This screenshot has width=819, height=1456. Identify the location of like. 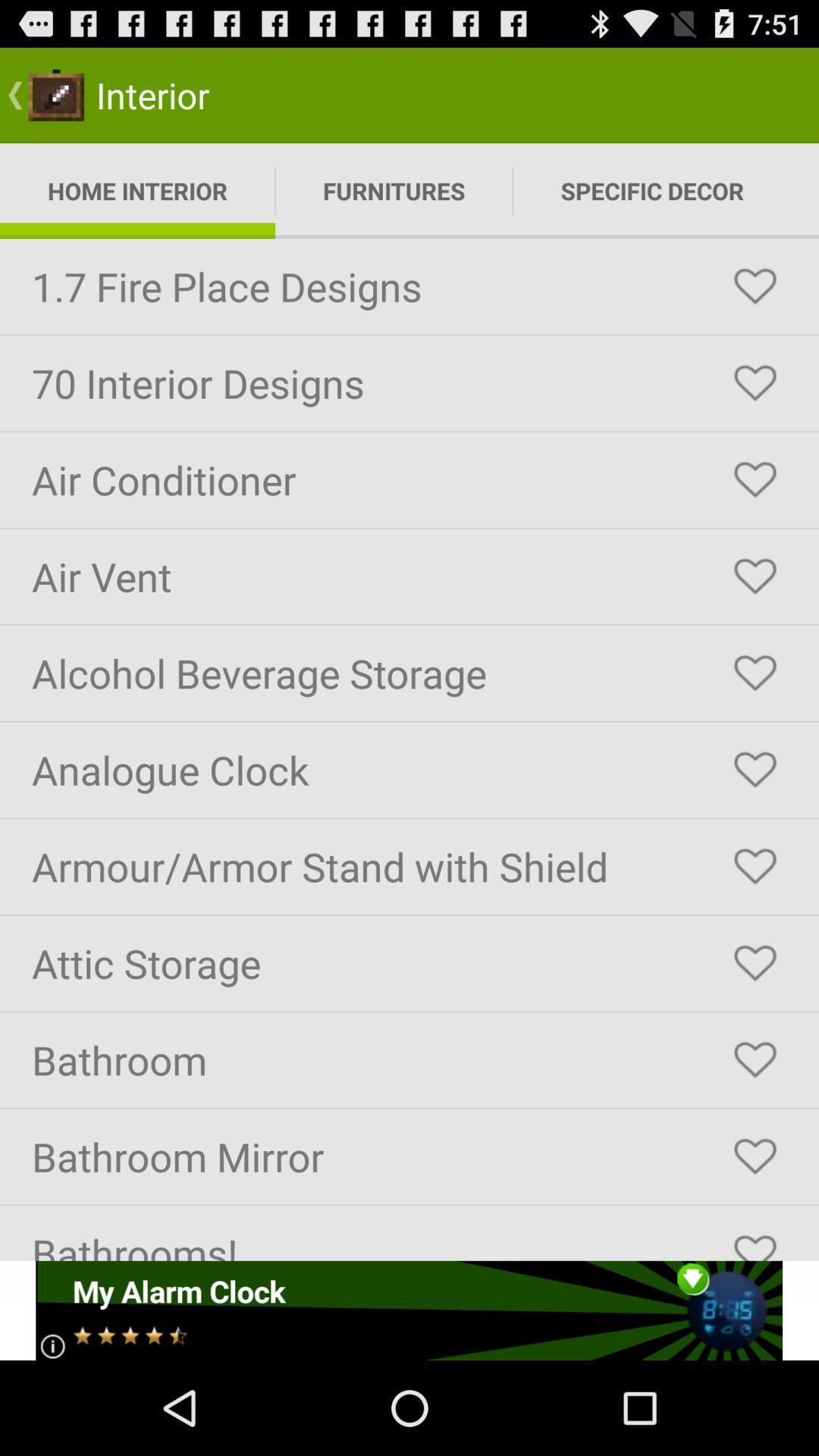
(755, 1241).